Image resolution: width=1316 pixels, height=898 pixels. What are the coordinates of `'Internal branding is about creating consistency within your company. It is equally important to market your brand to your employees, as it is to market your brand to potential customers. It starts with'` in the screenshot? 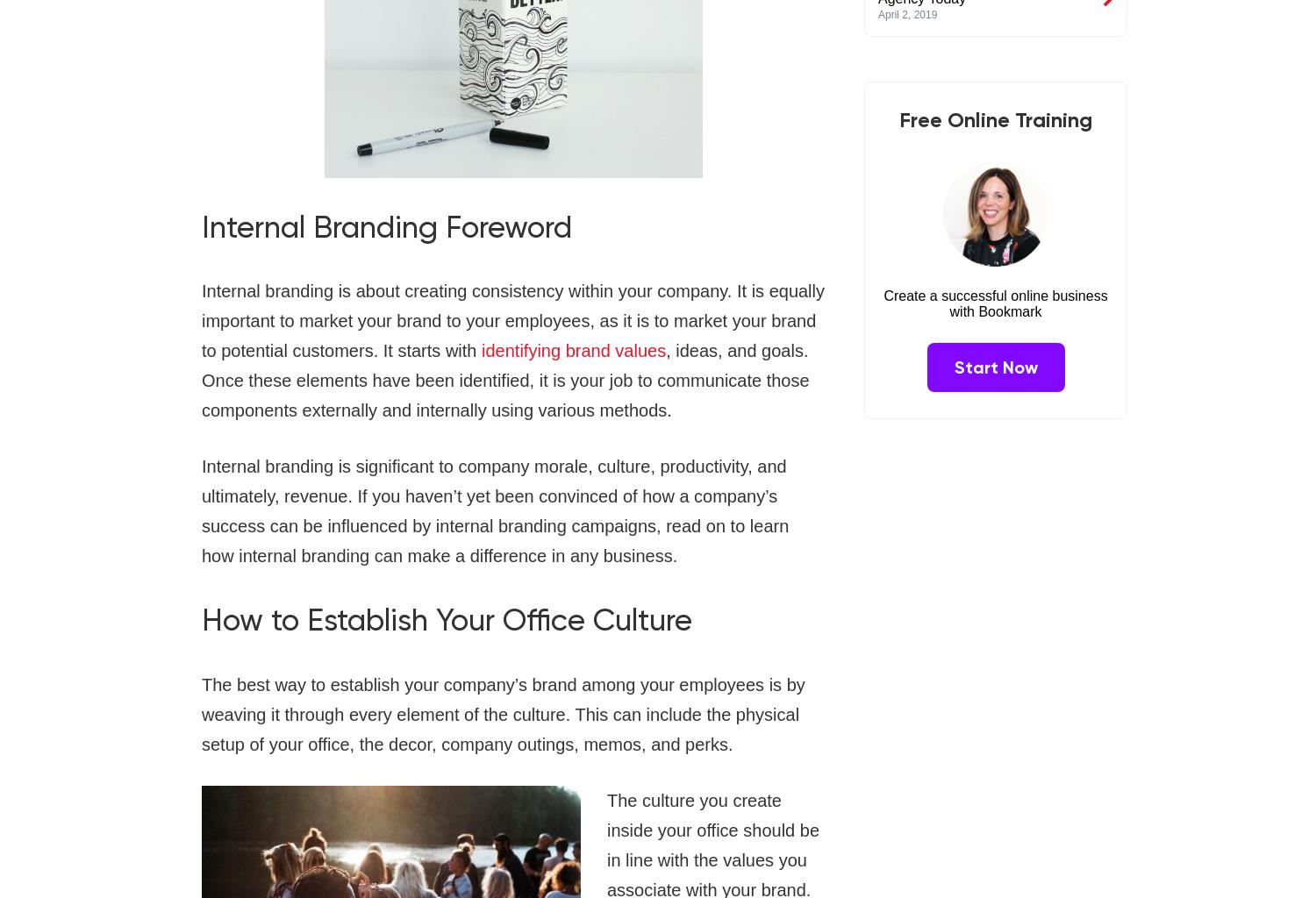 It's located at (512, 320).